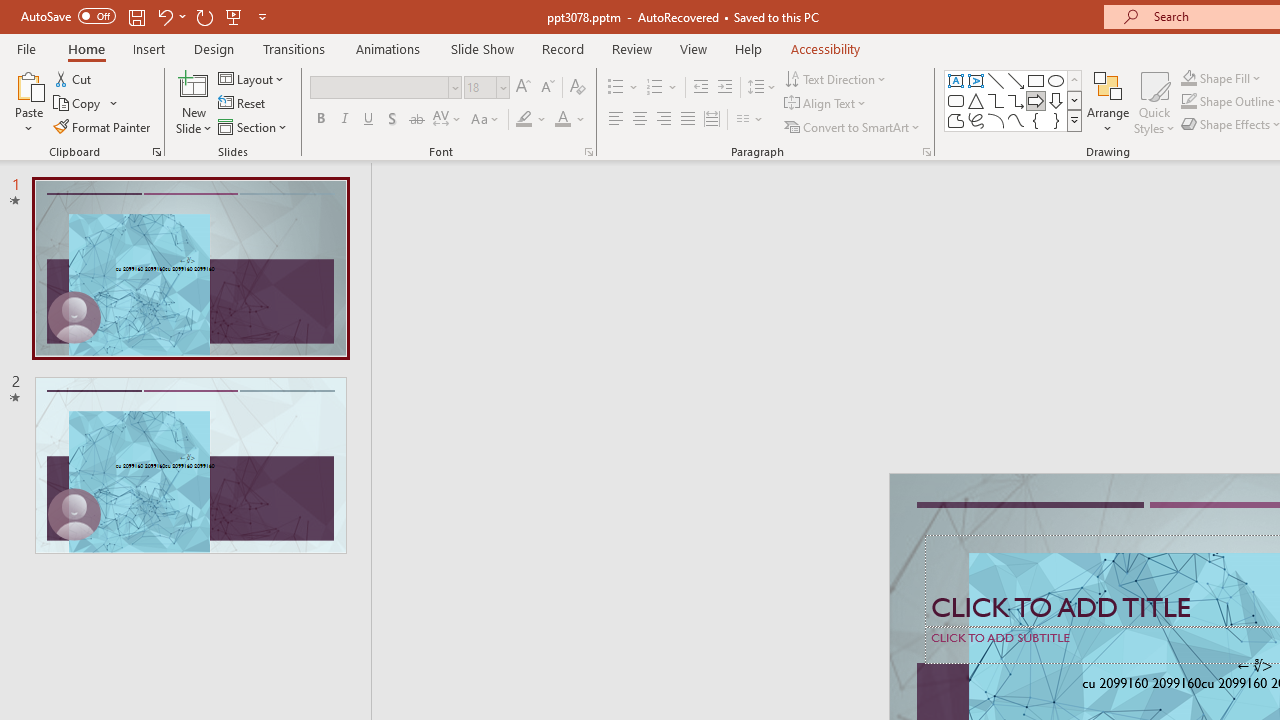  What do you see at coordinates (447, 119) in the screenshot?
I see `'Character Spacing'` at bounding box center [447, 119].